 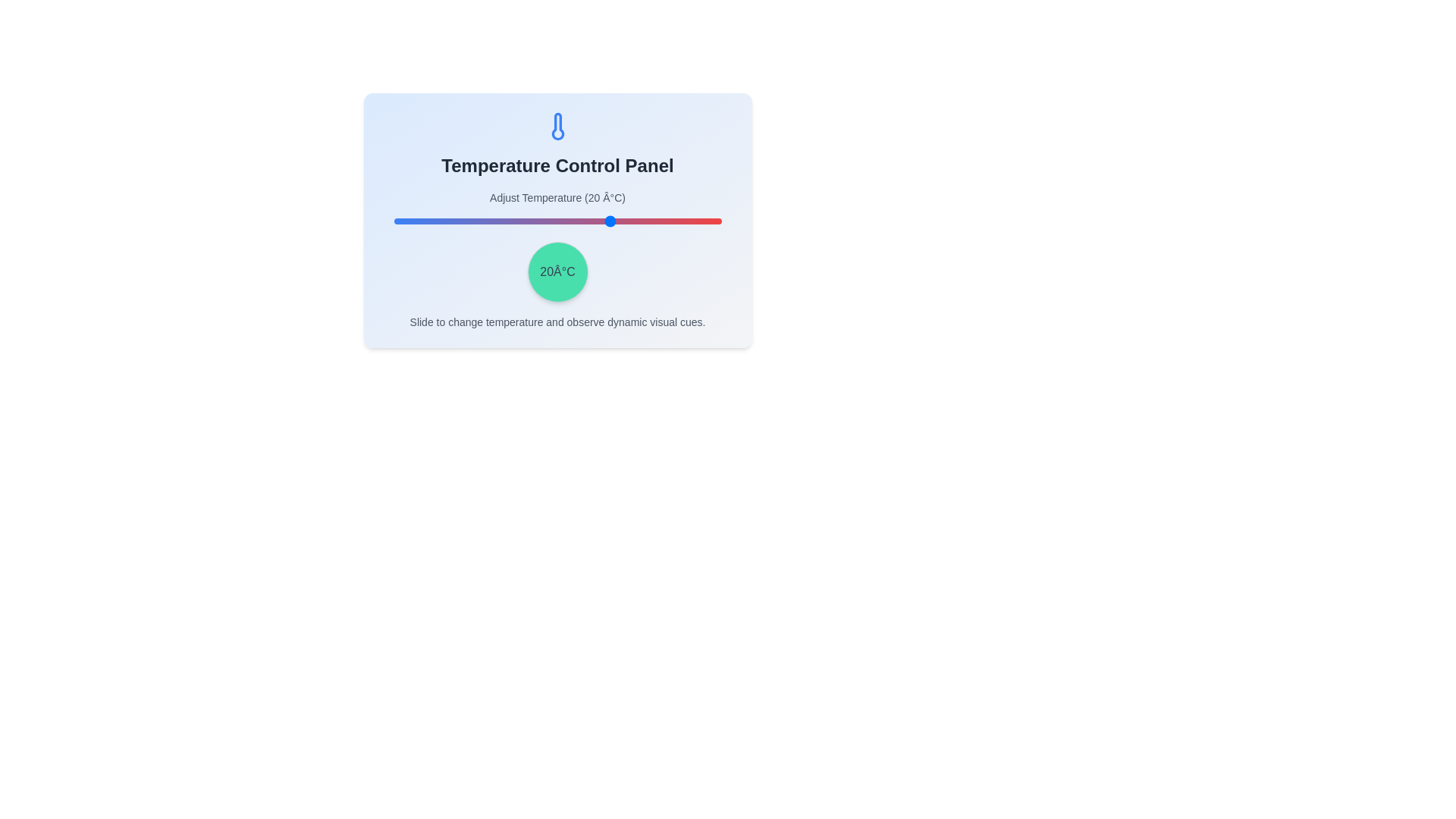 I want to click on the temperature to 3°C using the slider, so click(x=549, y=221).